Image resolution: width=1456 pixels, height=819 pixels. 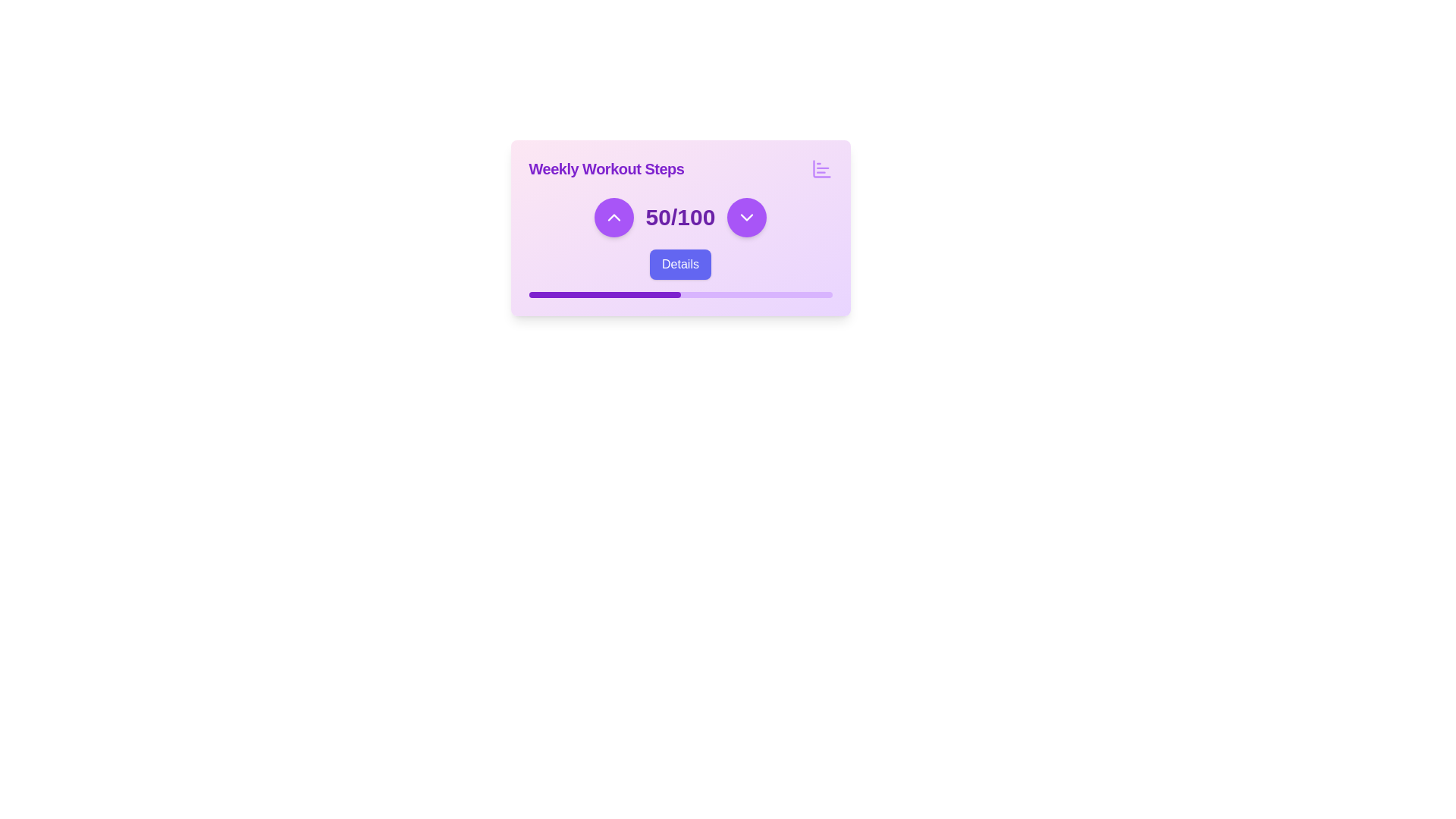 What do you see at coordinates (613, 217) in the screenshot?
I see `the button located on the left side of the row, which increases the associated numerical value when clicked` at bounding box center [613, 217].